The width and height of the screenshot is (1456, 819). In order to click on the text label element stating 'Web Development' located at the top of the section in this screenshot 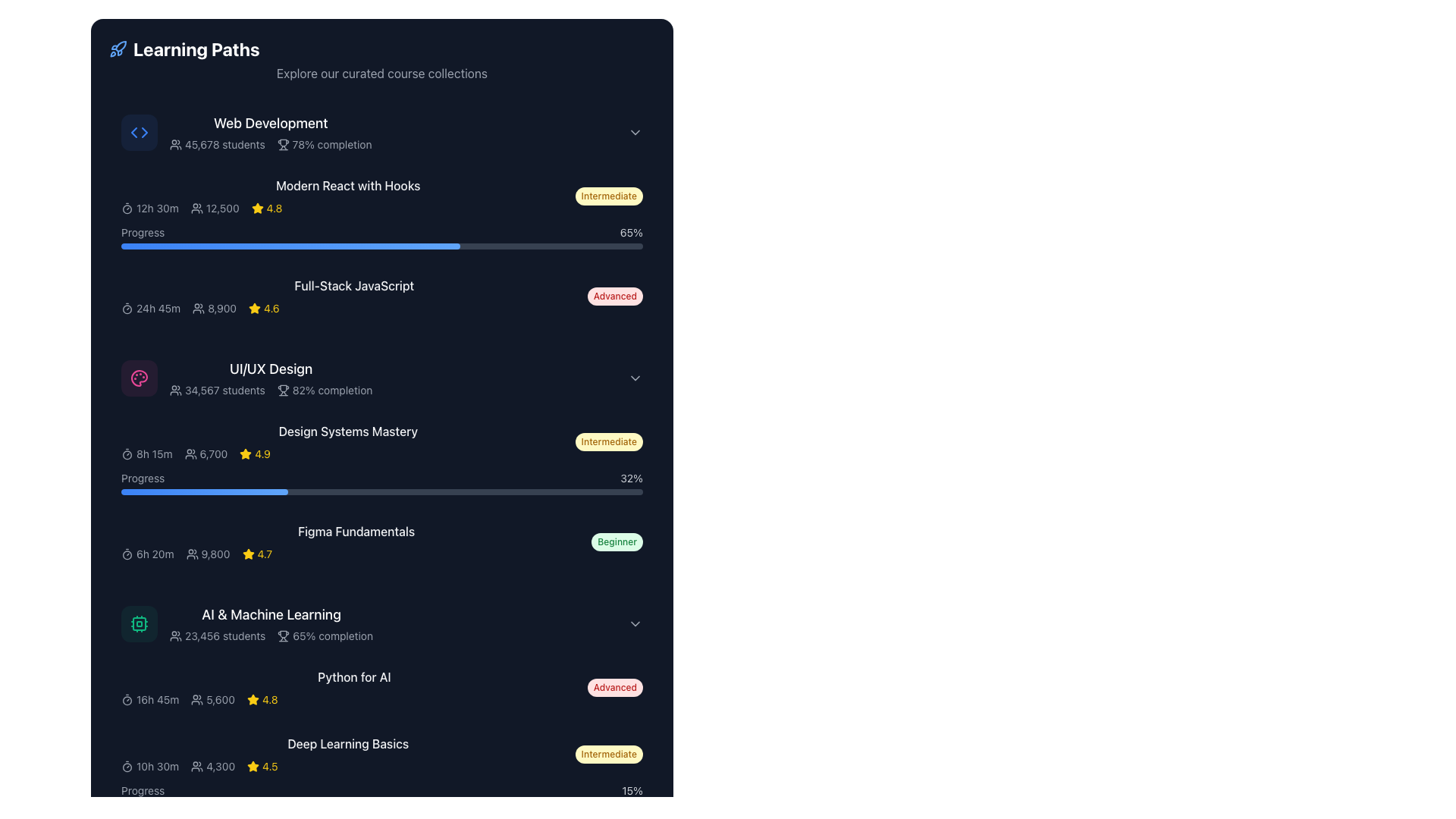, I will do `click(271, 122)`.